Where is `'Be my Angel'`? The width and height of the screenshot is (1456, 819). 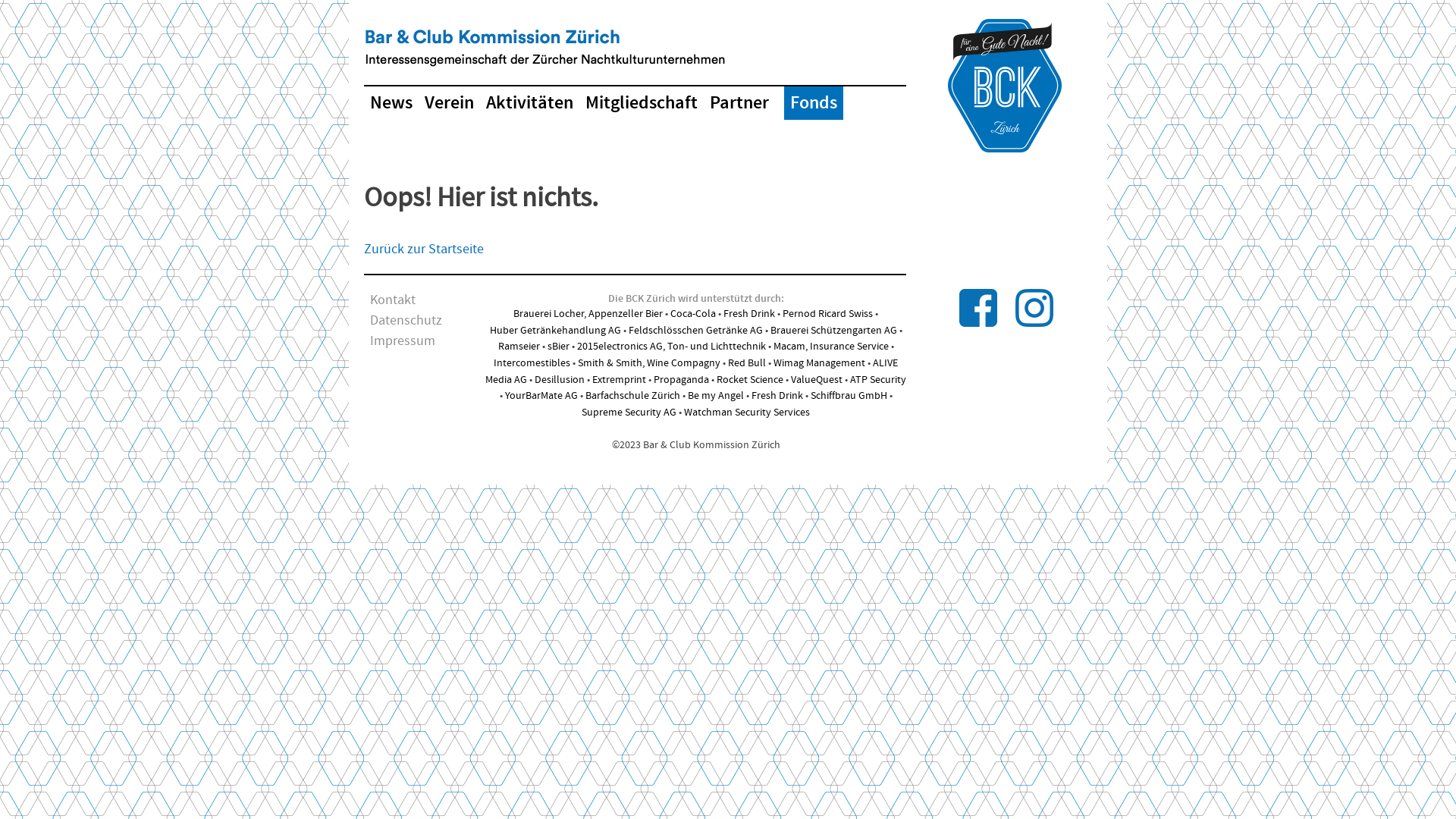 'Be my Angel' is located at coordinates (686, 394).